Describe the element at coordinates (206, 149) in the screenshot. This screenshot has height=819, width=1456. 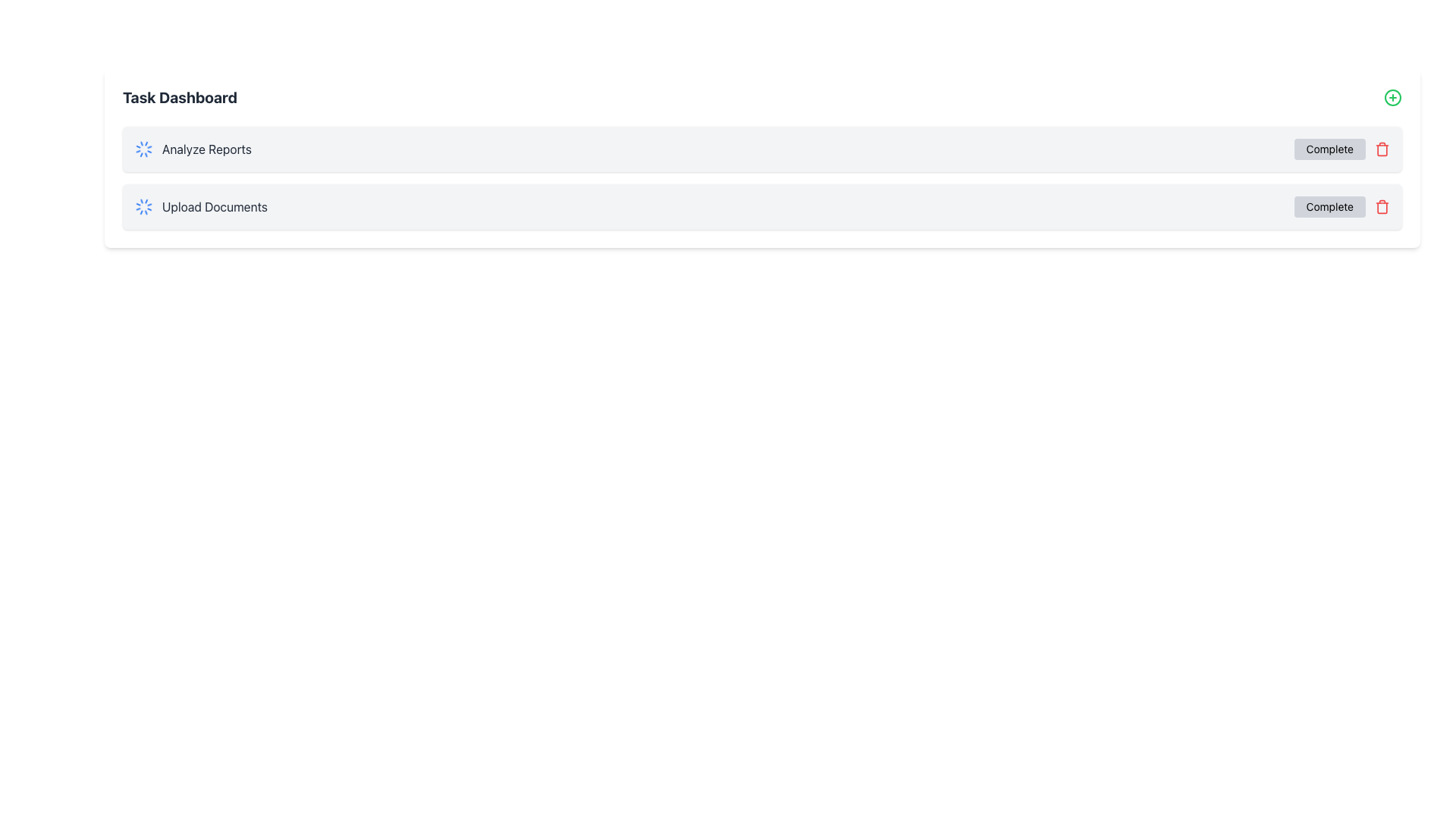
I see `the text label in the Task Dashboard section` at that location.